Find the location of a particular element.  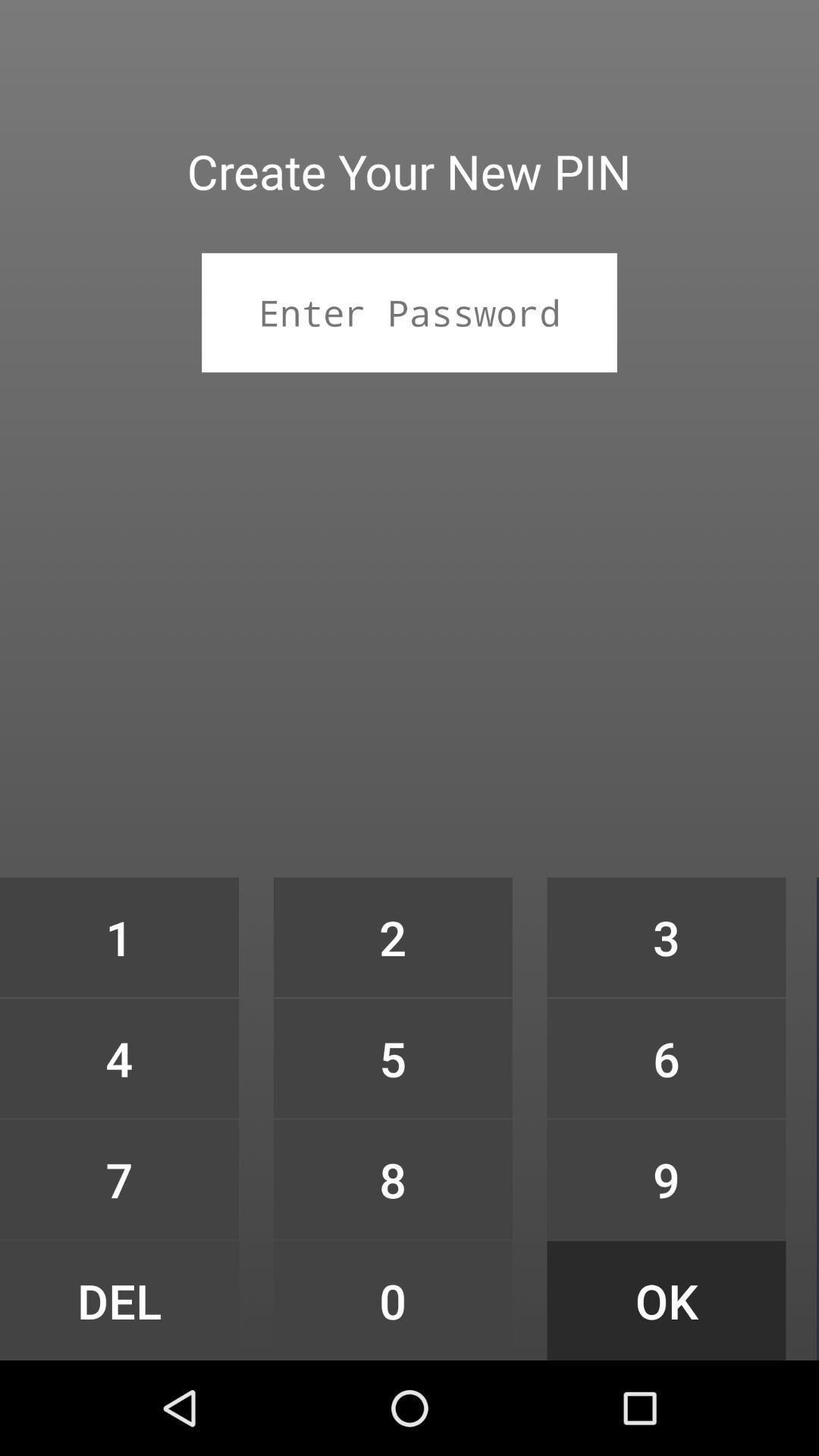

the icon above 8 item is located at coordinates (392, 1057).